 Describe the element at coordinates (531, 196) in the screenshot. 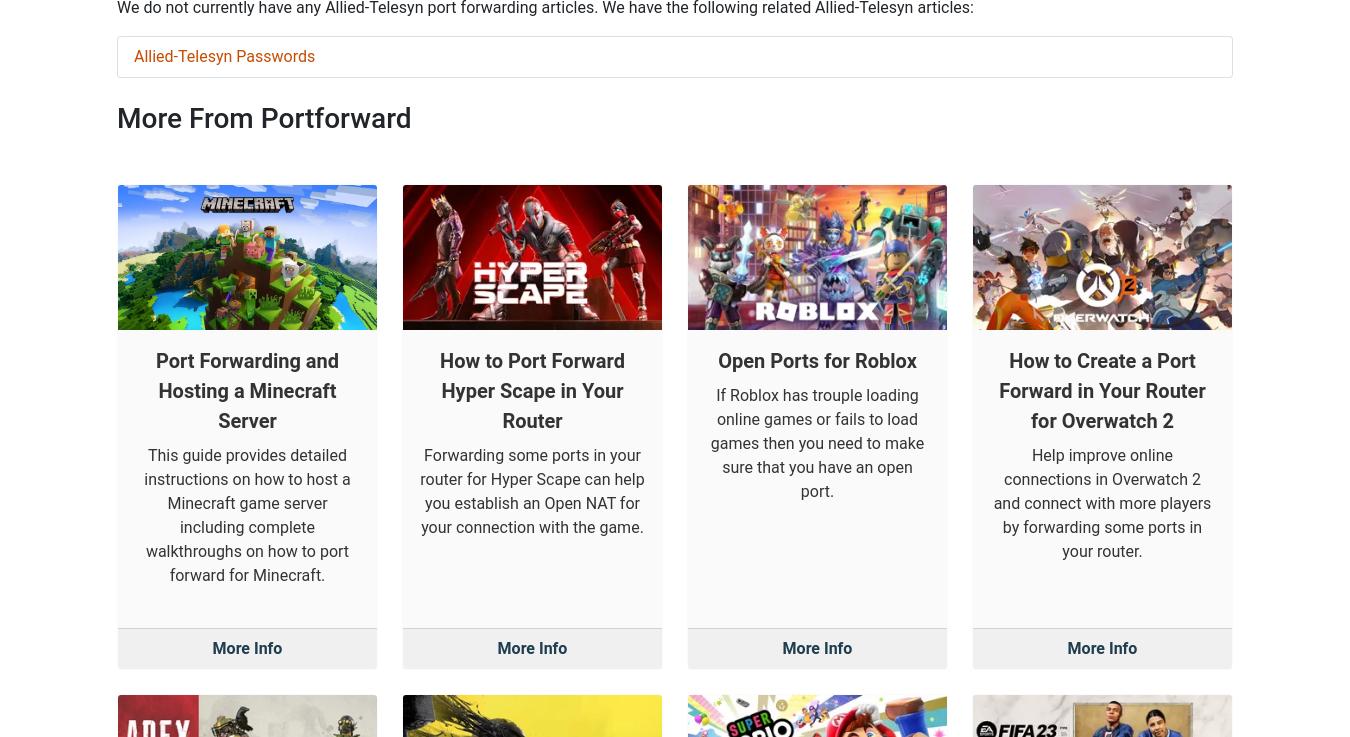

I see `'How to Port Forward Hyper Scape in Your Router'` at that location.